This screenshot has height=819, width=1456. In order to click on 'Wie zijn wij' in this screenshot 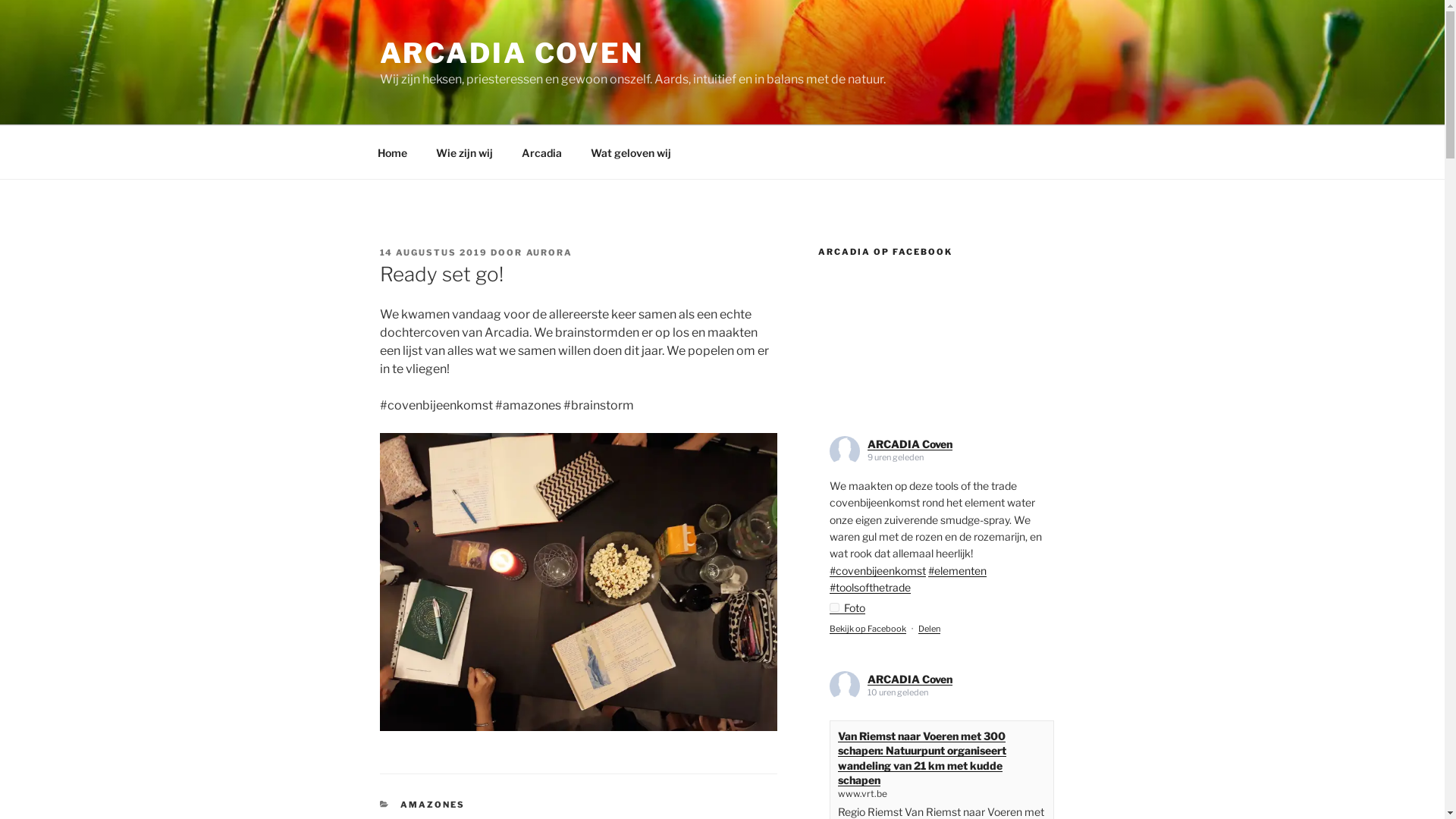, I will do `click(422, 152)`.